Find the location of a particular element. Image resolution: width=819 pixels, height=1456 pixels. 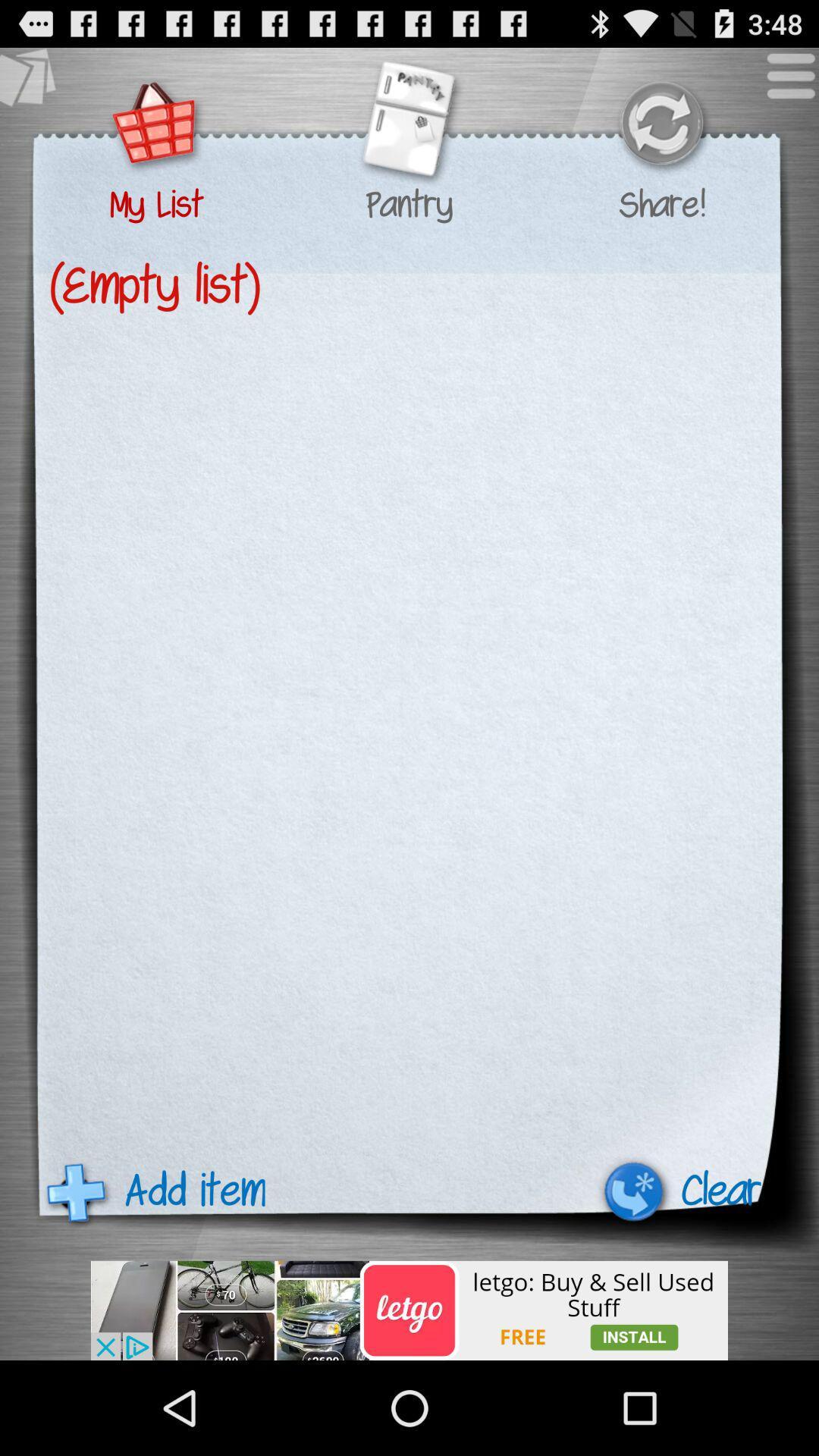

share is located at coordinates (661, 125).